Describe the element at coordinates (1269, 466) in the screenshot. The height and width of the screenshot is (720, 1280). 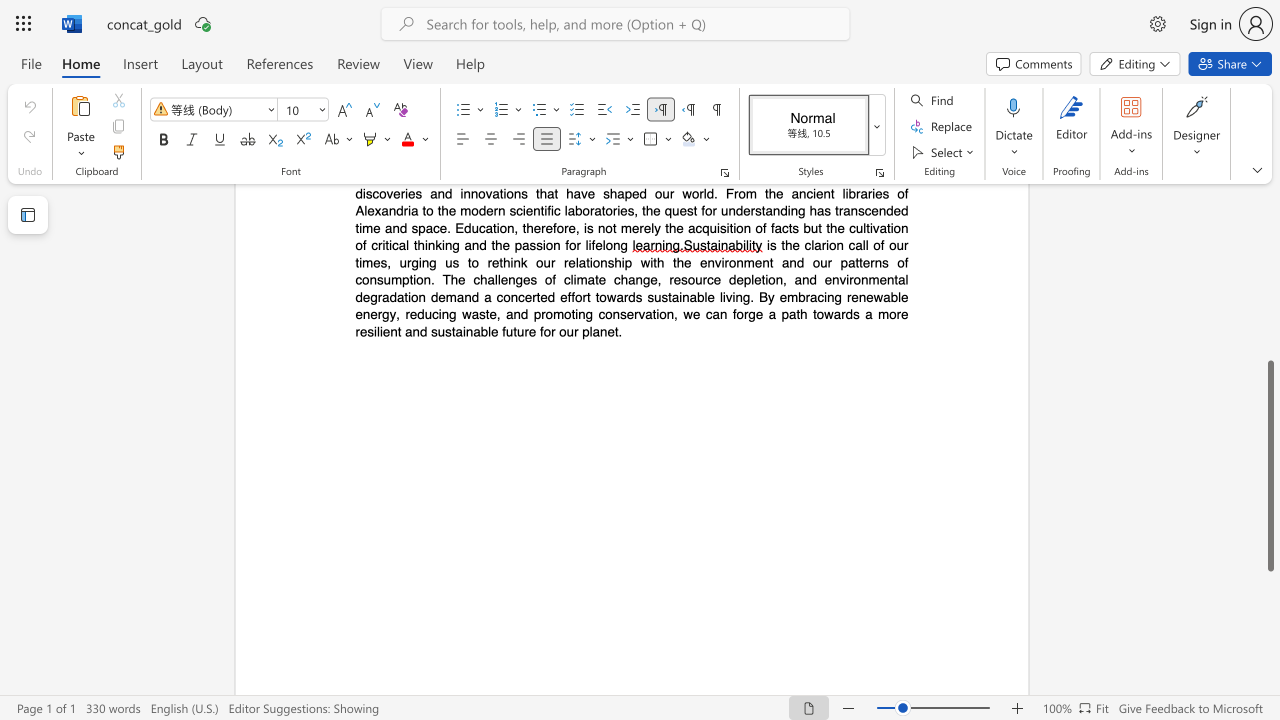
I see `the scrollbar and move up 390 pixels` at that location.